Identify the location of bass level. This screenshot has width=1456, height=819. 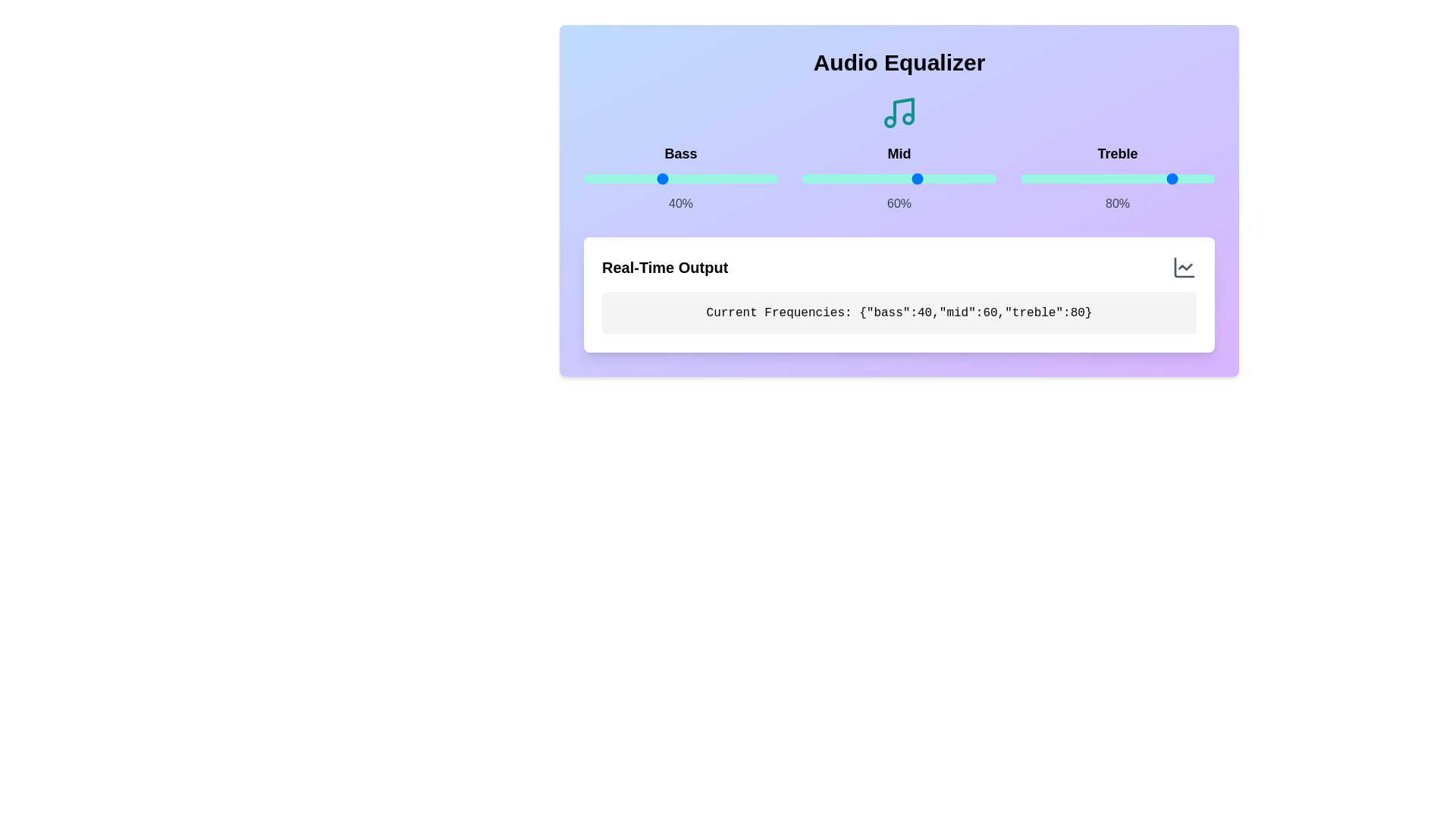
(720, 177).